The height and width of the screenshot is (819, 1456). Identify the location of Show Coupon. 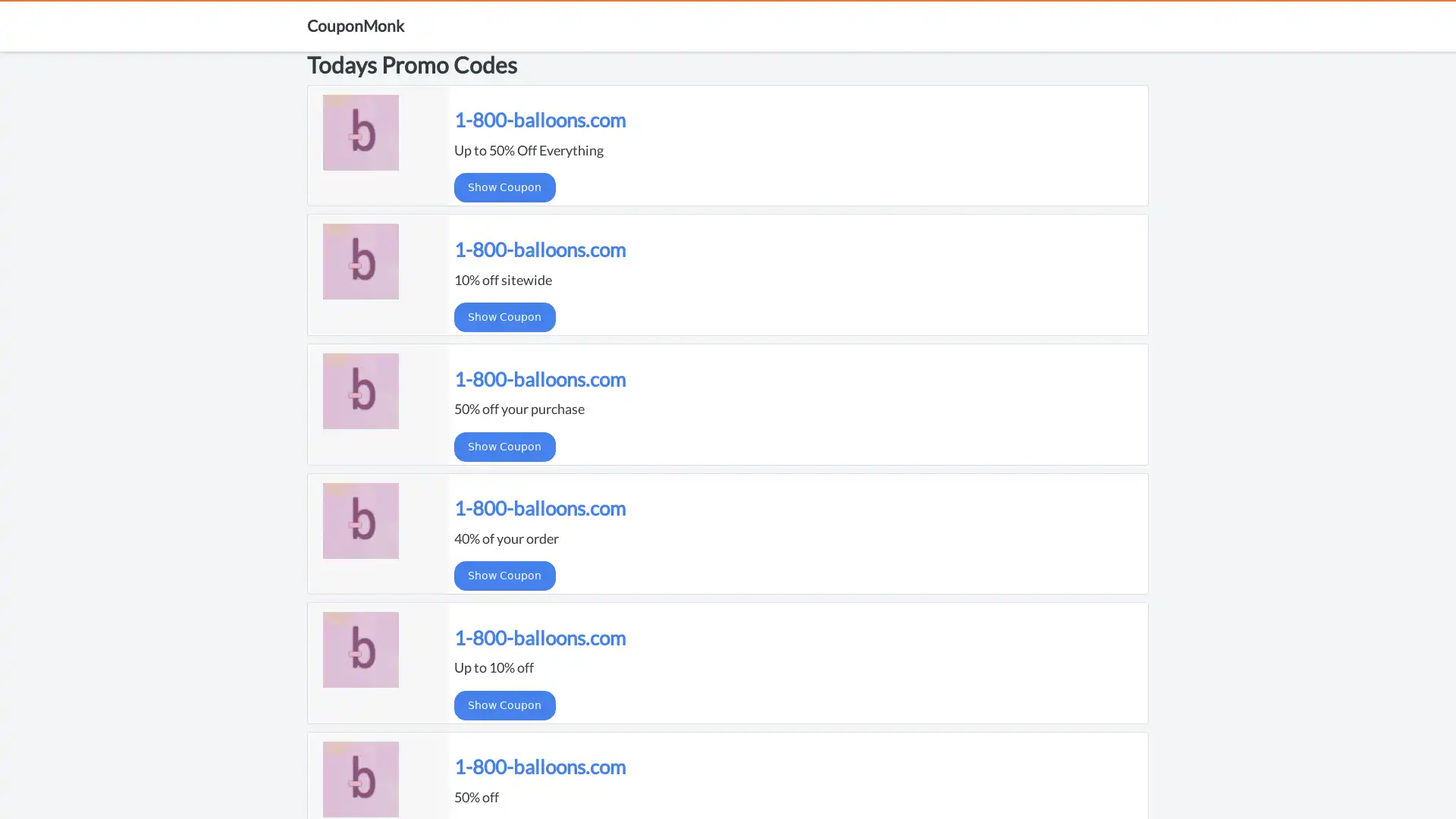
(504, 315).